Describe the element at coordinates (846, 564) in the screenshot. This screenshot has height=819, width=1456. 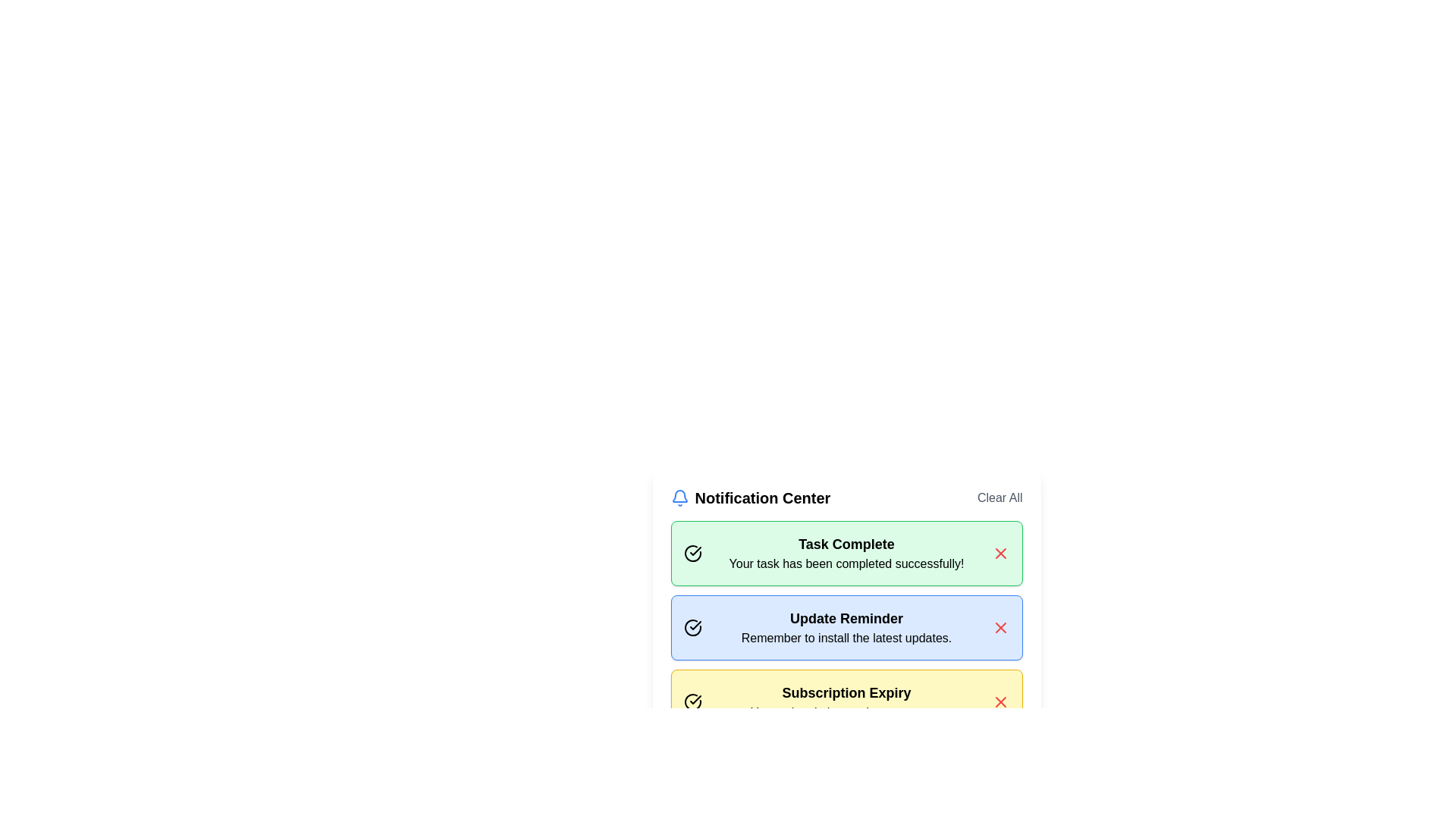
I see `the static text element that reads 'Your task has been completed successfully!' within the 'Task Complete' notification box` at that location.